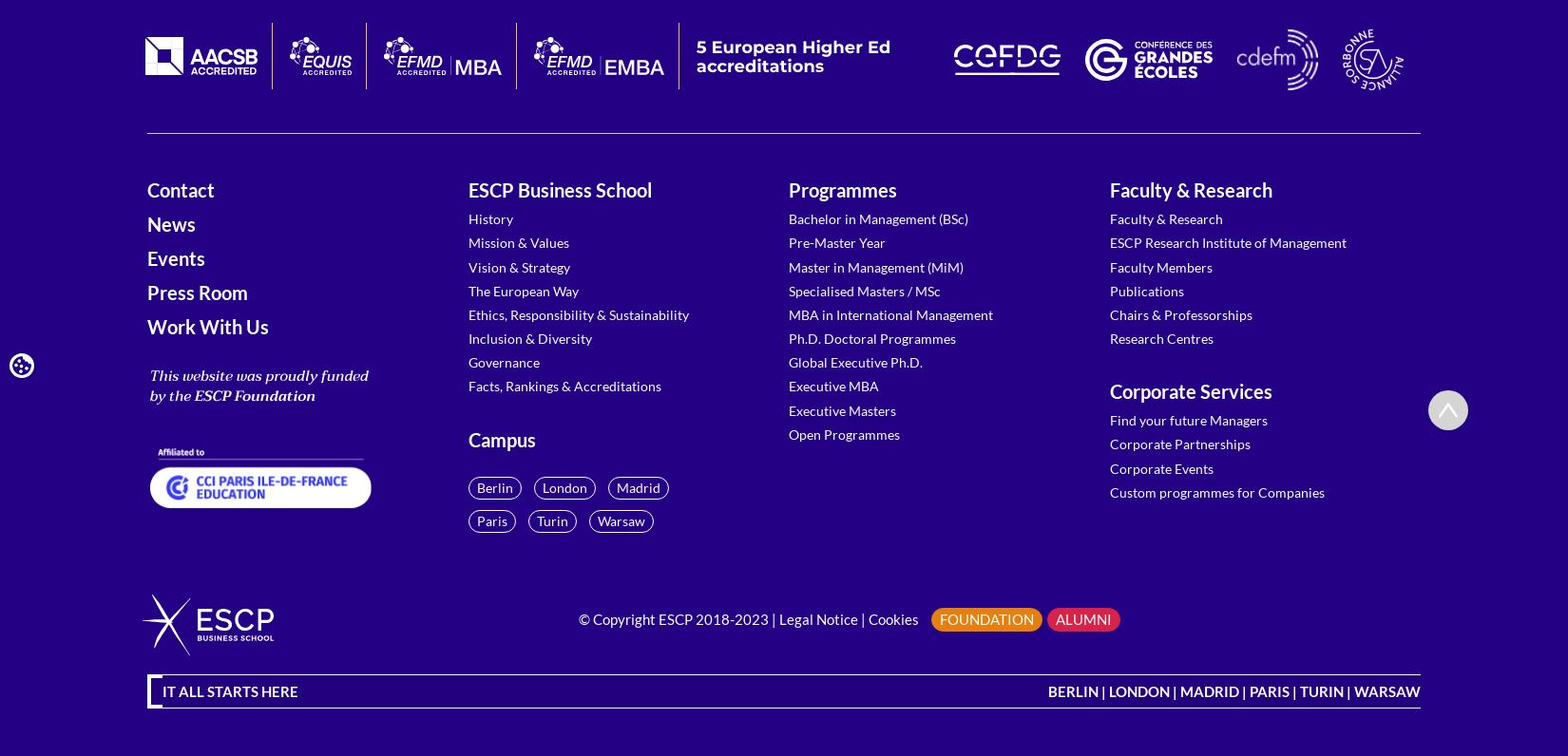 The image size is (1568, 756). I want to click on 'Corporate Services', so click(1109, 390).